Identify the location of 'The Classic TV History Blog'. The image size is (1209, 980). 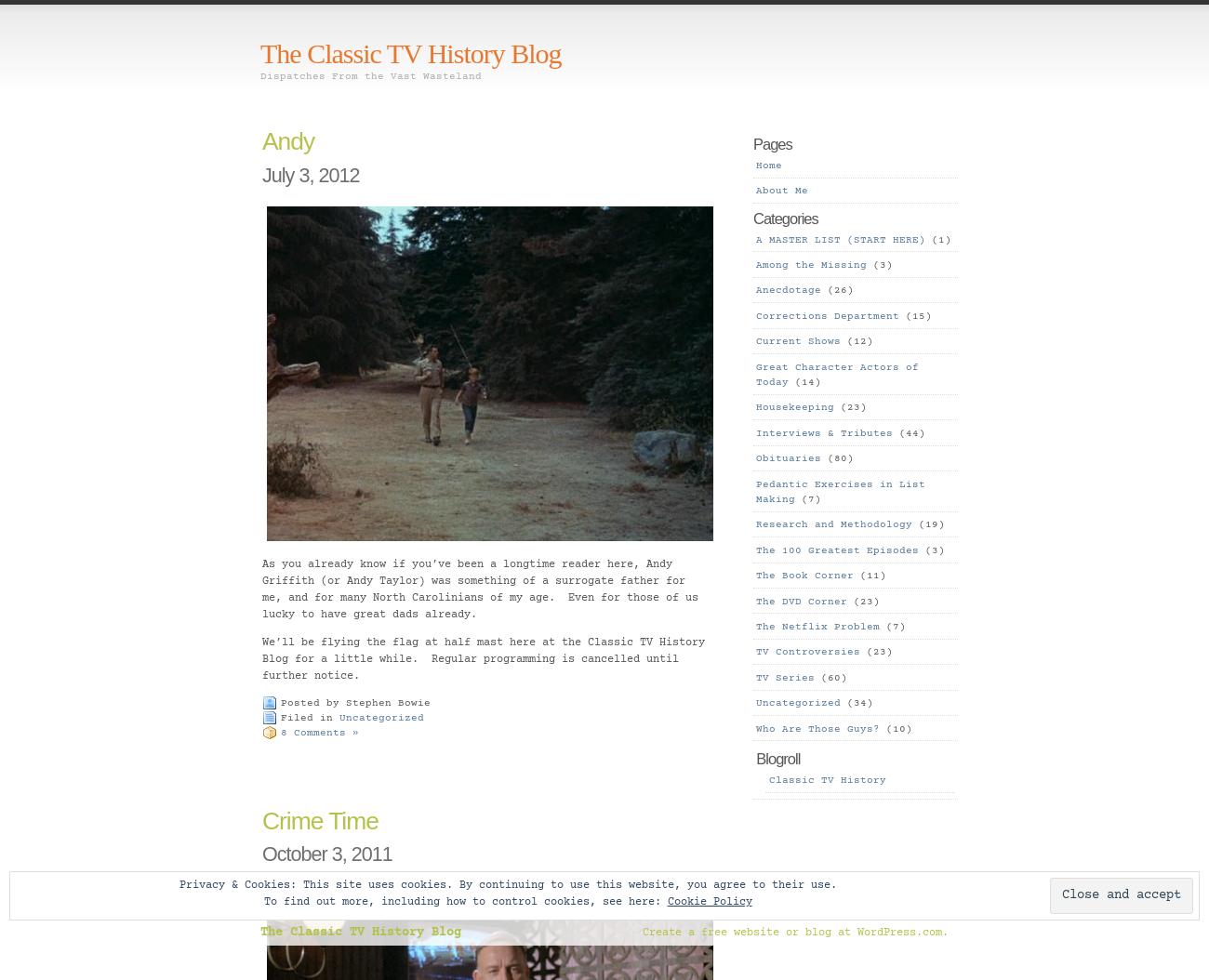
(409, 52).